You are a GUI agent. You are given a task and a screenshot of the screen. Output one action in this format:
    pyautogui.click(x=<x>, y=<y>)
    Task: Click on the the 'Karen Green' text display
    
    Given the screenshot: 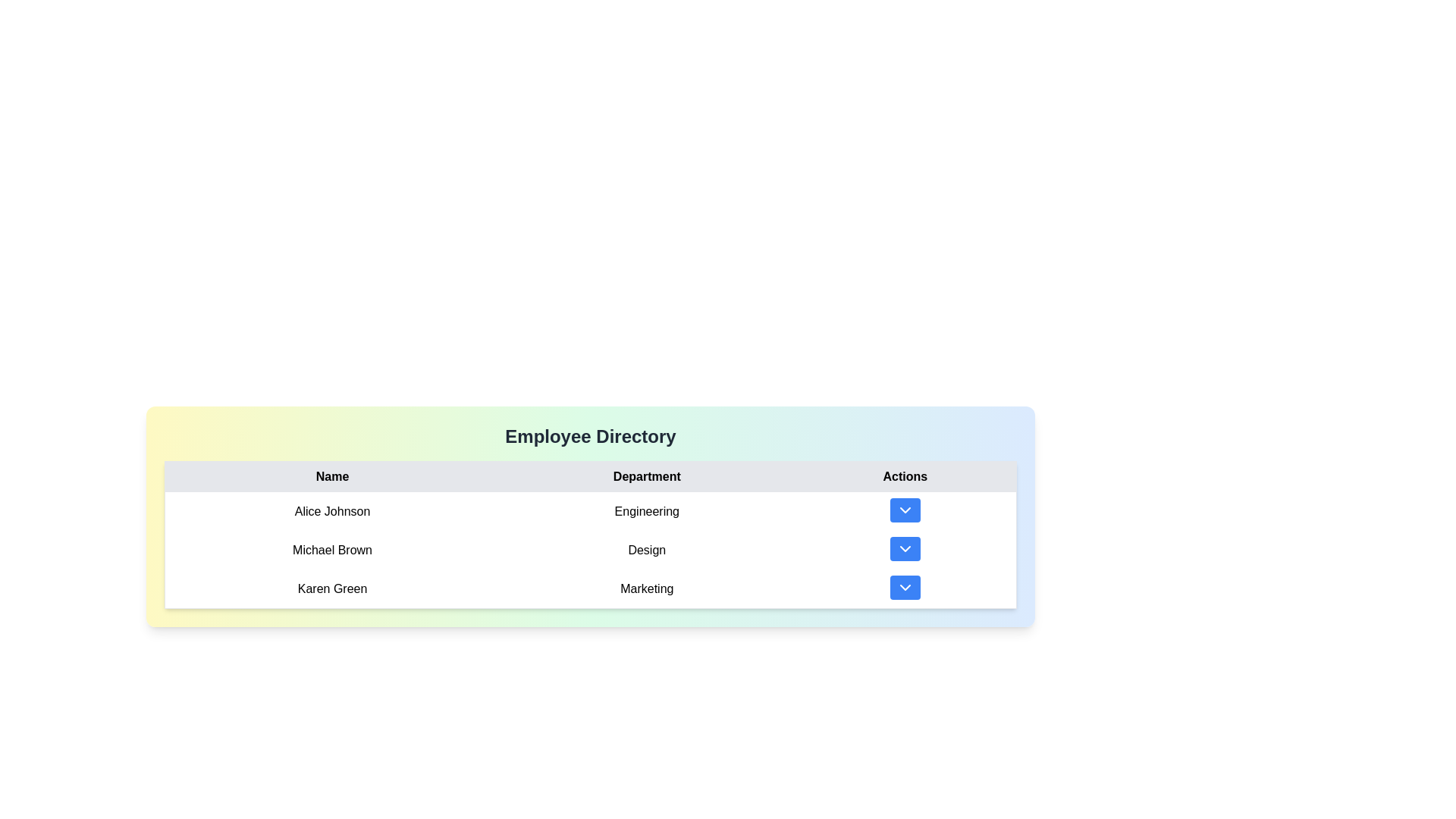 What is the action you would take?
    pyautogui.click(x=331, y=588)
    